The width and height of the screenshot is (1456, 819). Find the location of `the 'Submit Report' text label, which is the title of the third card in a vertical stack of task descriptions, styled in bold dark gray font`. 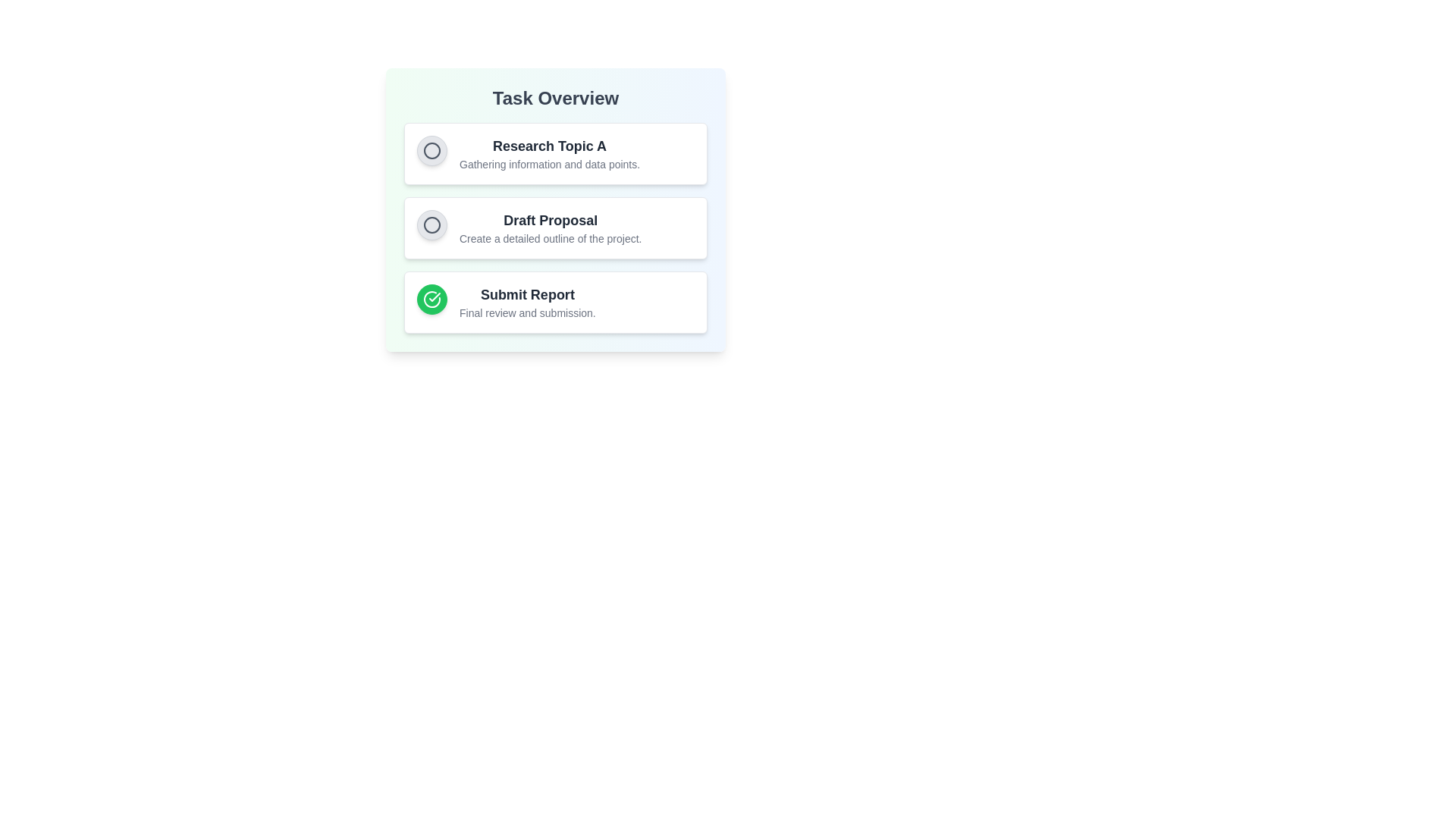

the 'Submit Report' text label, which is the title of the third card in a vertical stack of task descriptions, styled in bold dark gray font is located at coordinates (527, 295).